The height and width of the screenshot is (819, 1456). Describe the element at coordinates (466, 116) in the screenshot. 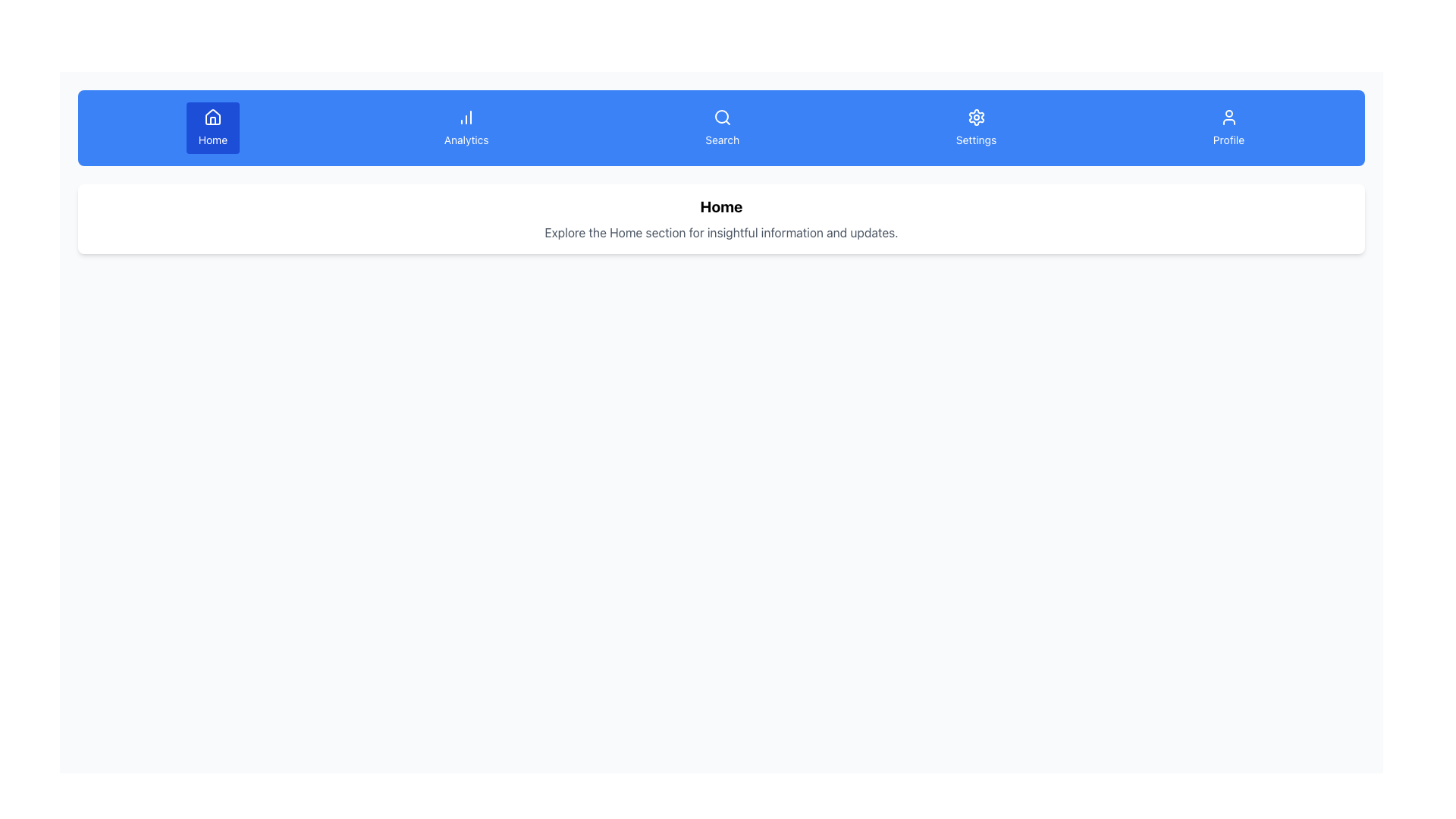

I see `the bar chart icon within the 'Analytics' button located in the top menu bar of the application` at that location.